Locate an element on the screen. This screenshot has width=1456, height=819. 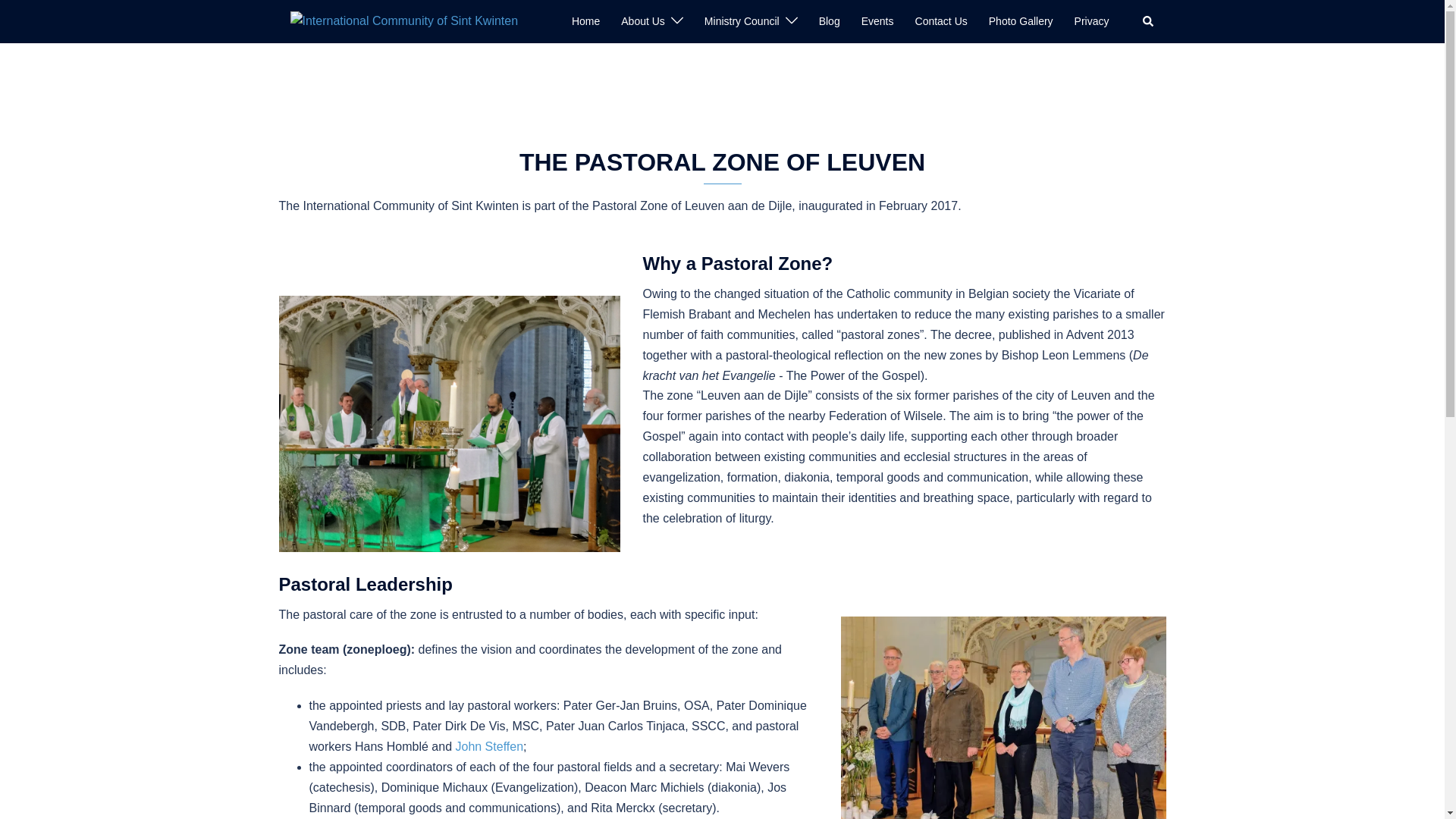
'John Steffen' is located at coordinates (488, 745).